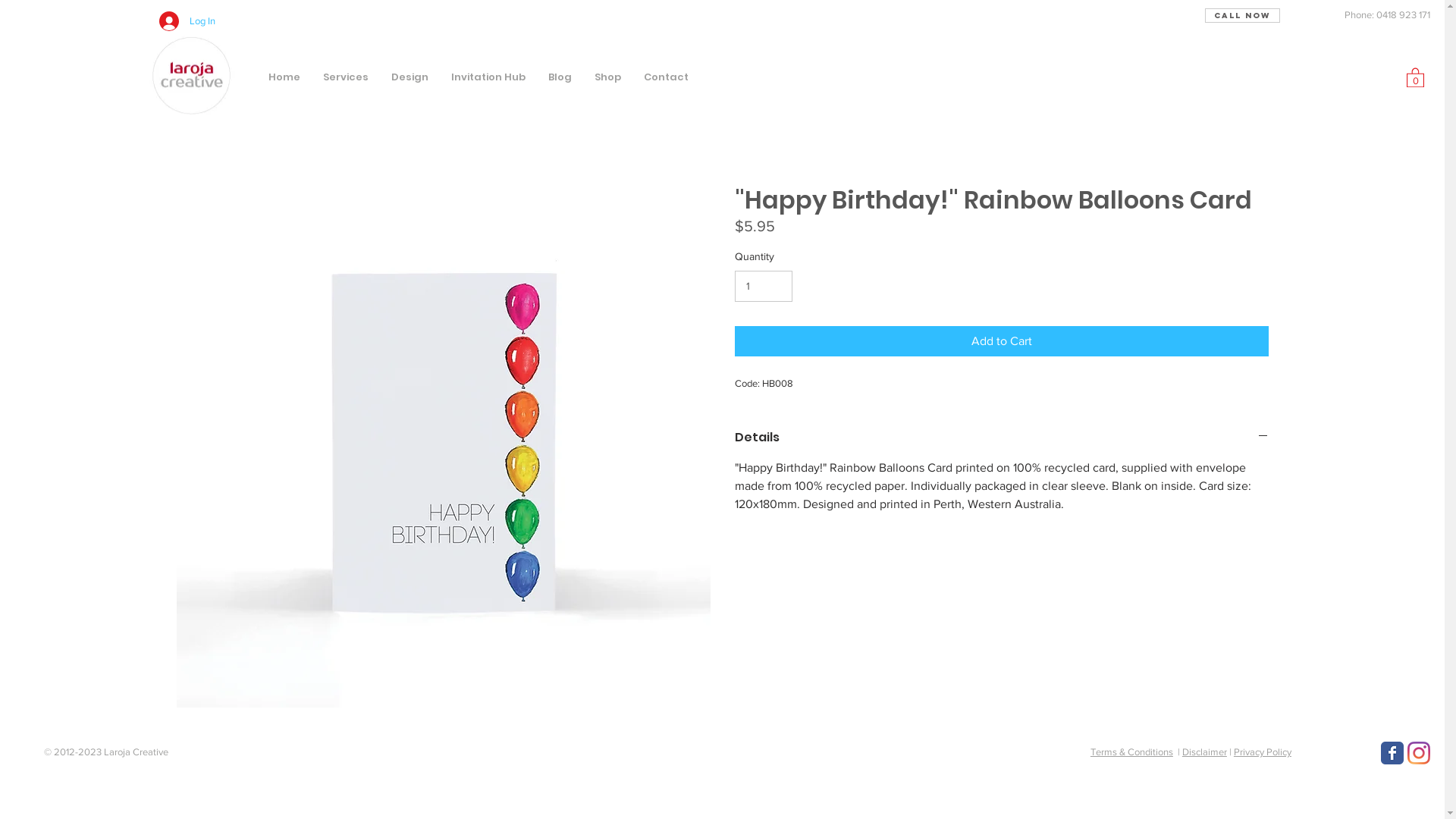 The width and height of the screenshot is (1456, 819). Describe the element at coordinates (345, 76) in the screenshot. I see `'Services'` at that location.